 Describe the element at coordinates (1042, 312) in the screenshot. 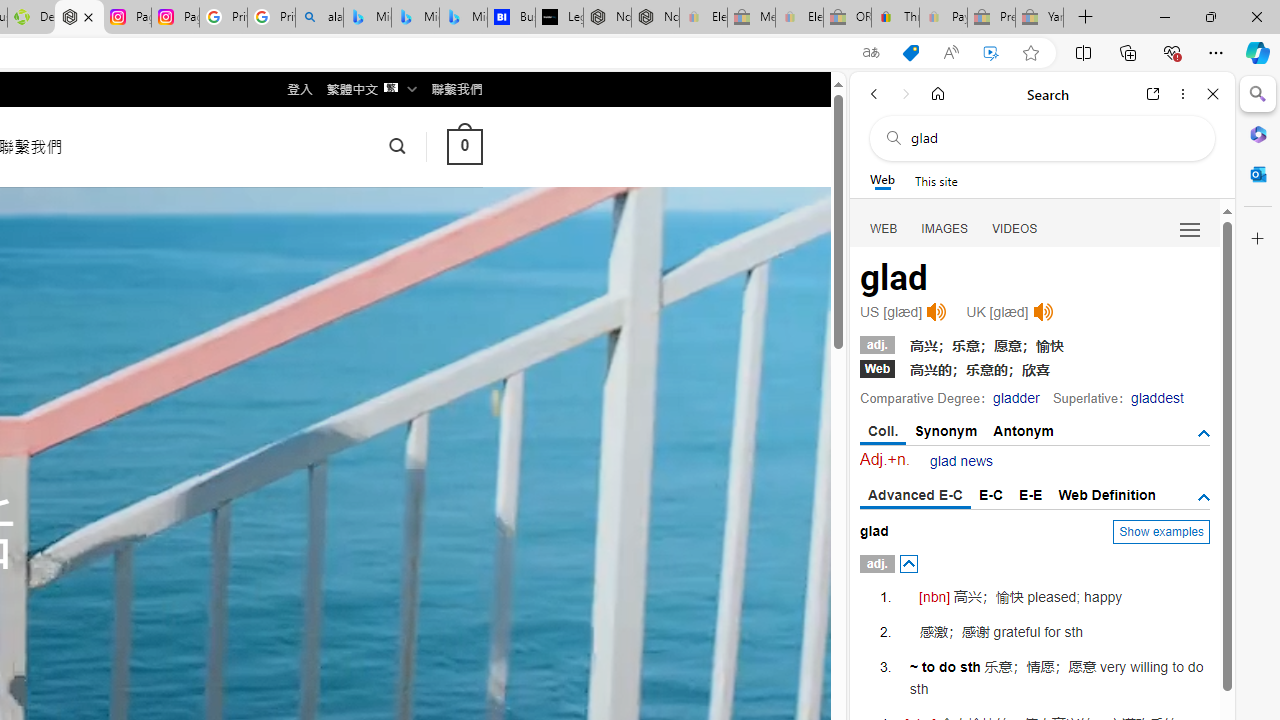

I see `'Click to listen'` at that location.